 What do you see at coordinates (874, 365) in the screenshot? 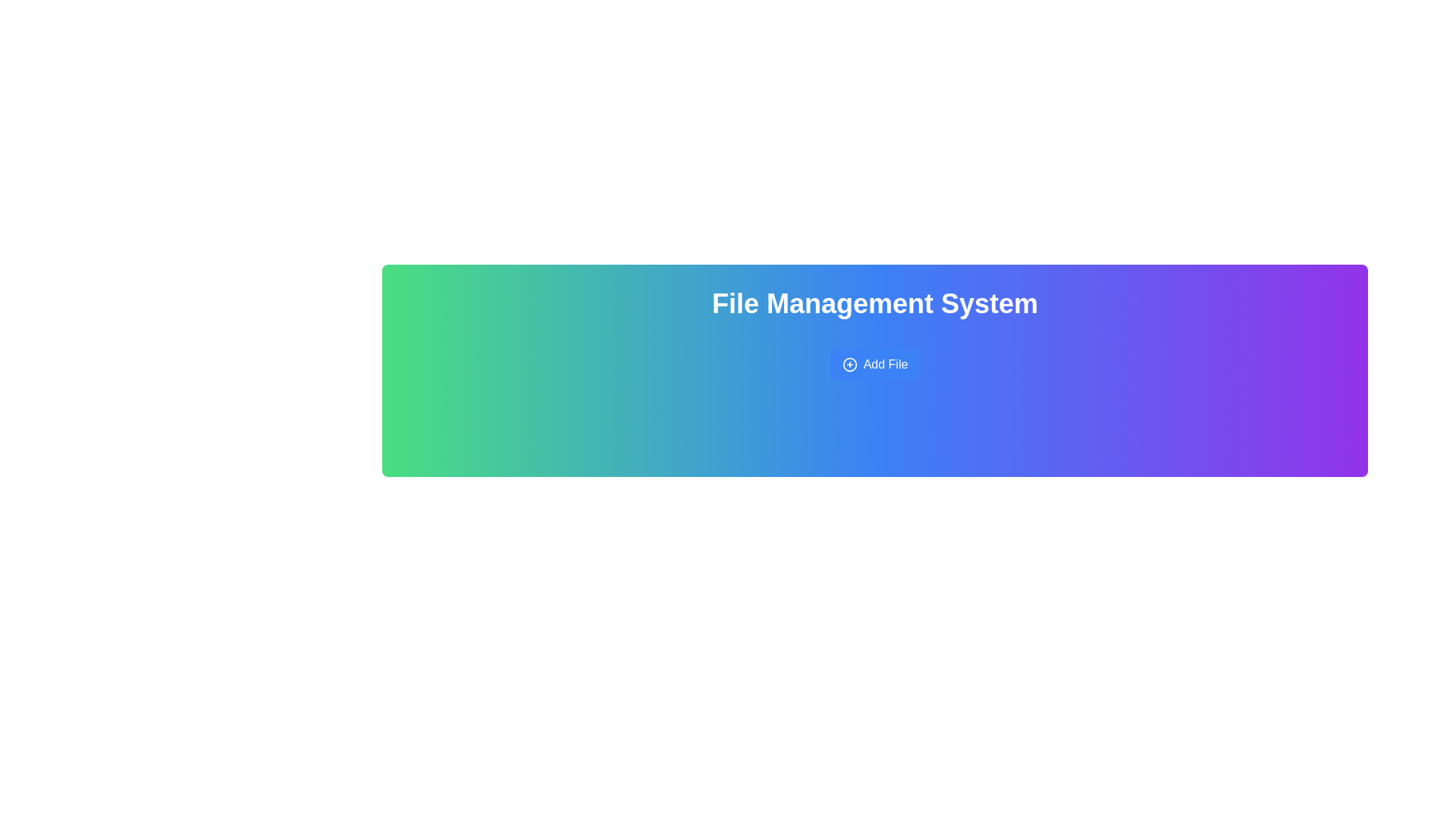
I see `the 'Add File' button, which is a rounded rectangular button with a blue background and a plus sign icon` at bounding box center [874, 365].